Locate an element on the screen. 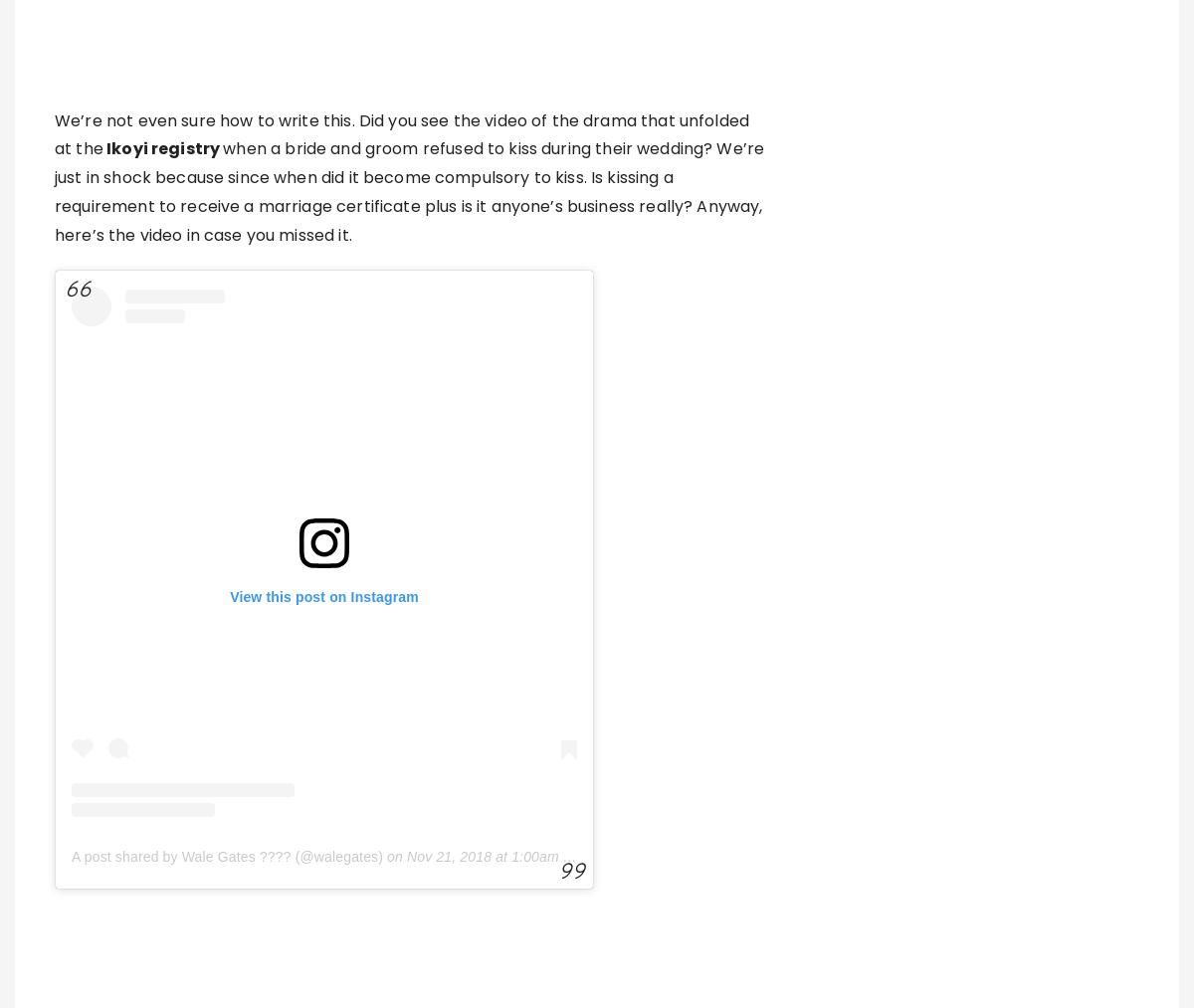 This screenshot has width=1194, height=1008. ', five Democratic women candidates who were bridesmaids at each other’s weddings became senators on the 6th of November. That’s just amazing.' is located at coordinates (410, 931).